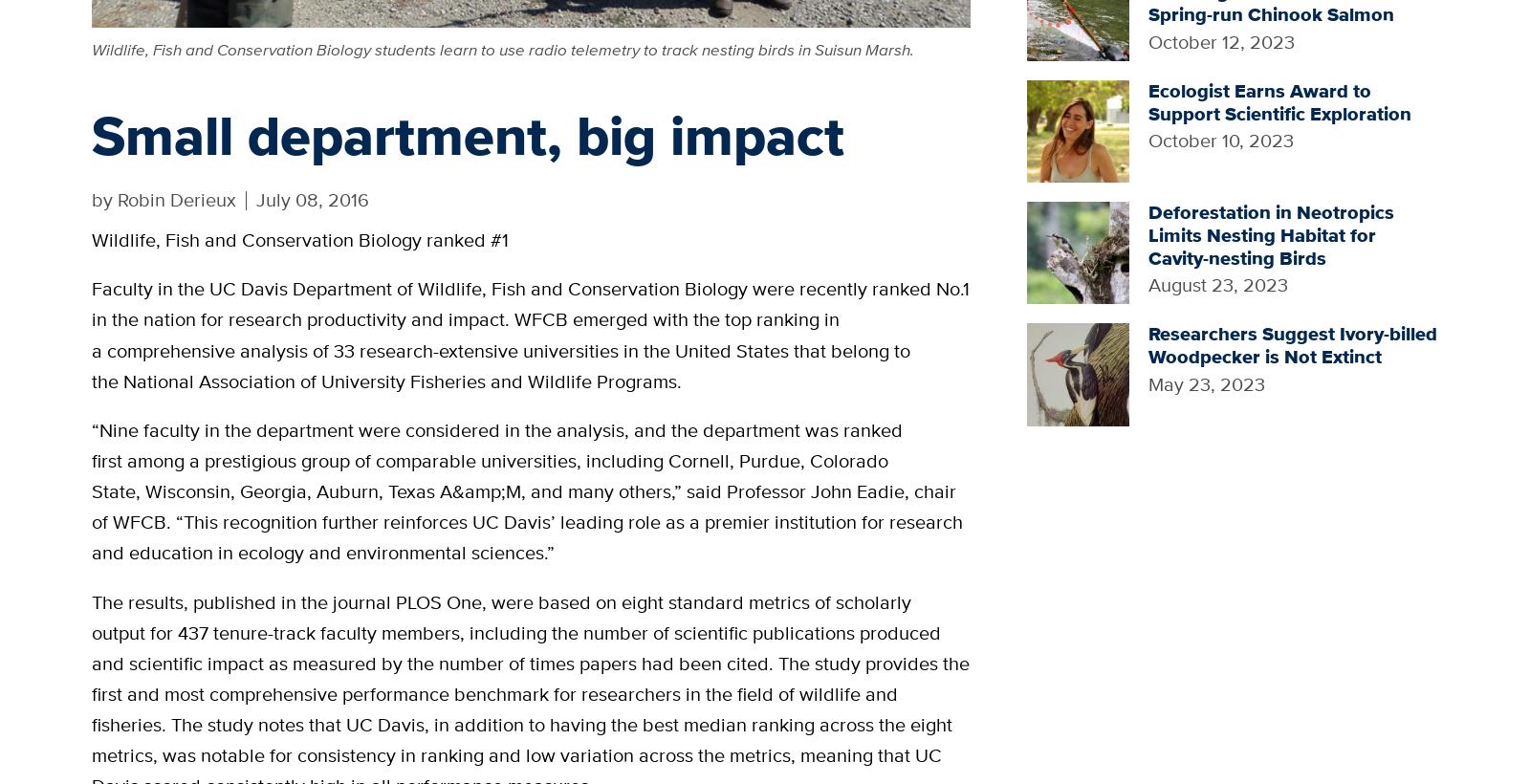 This screenshot has width=1530, height=784. I want to click on 'Wildlife, Fish and Conservation Biology ranked #1', so click(91, 238).